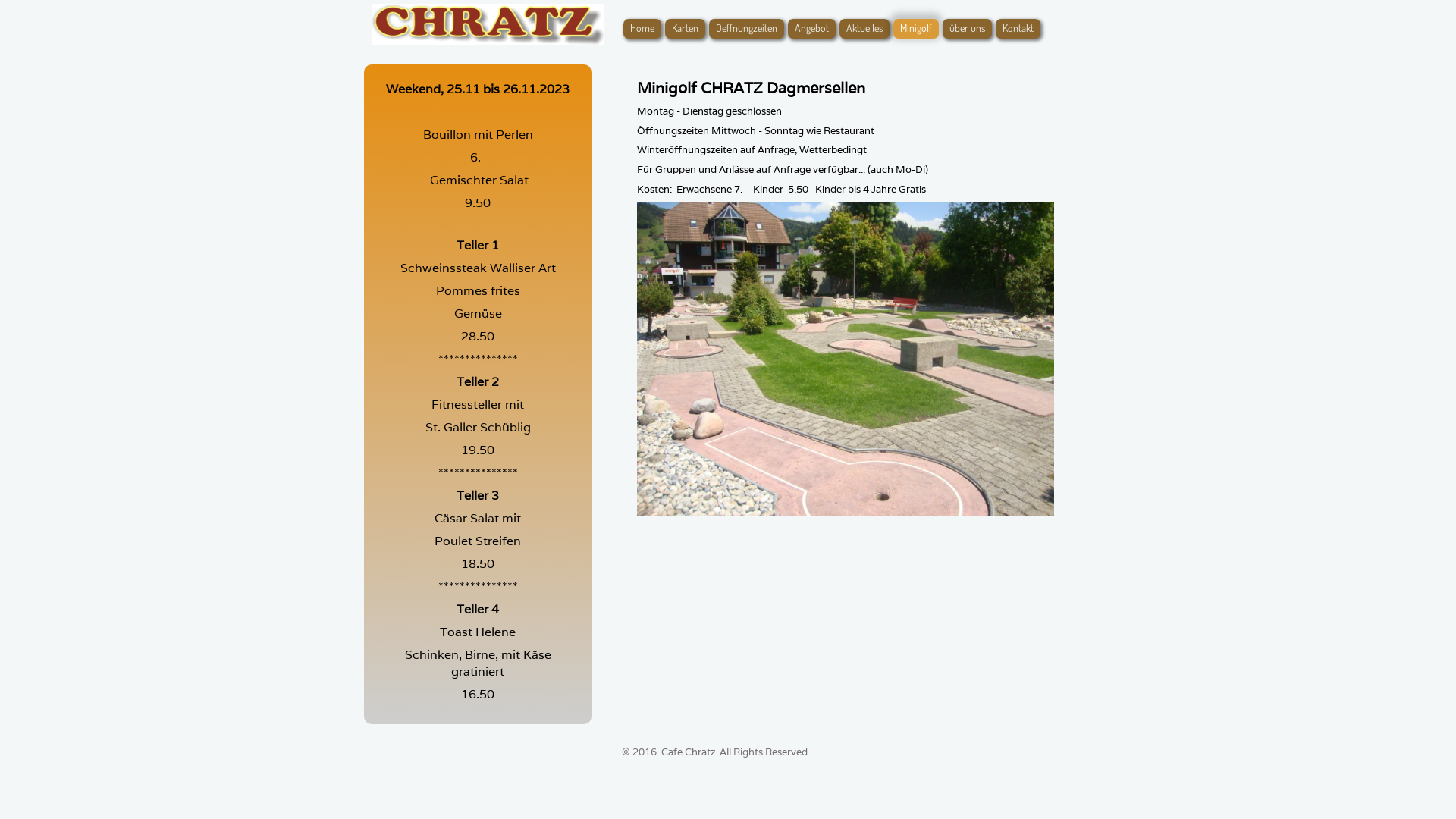 Image resolution: width=1456 pixels, height=819 pixels. Describe the element at coordinates (1018, 29) in the screenshot. I see `'Kontakt'` at that location.